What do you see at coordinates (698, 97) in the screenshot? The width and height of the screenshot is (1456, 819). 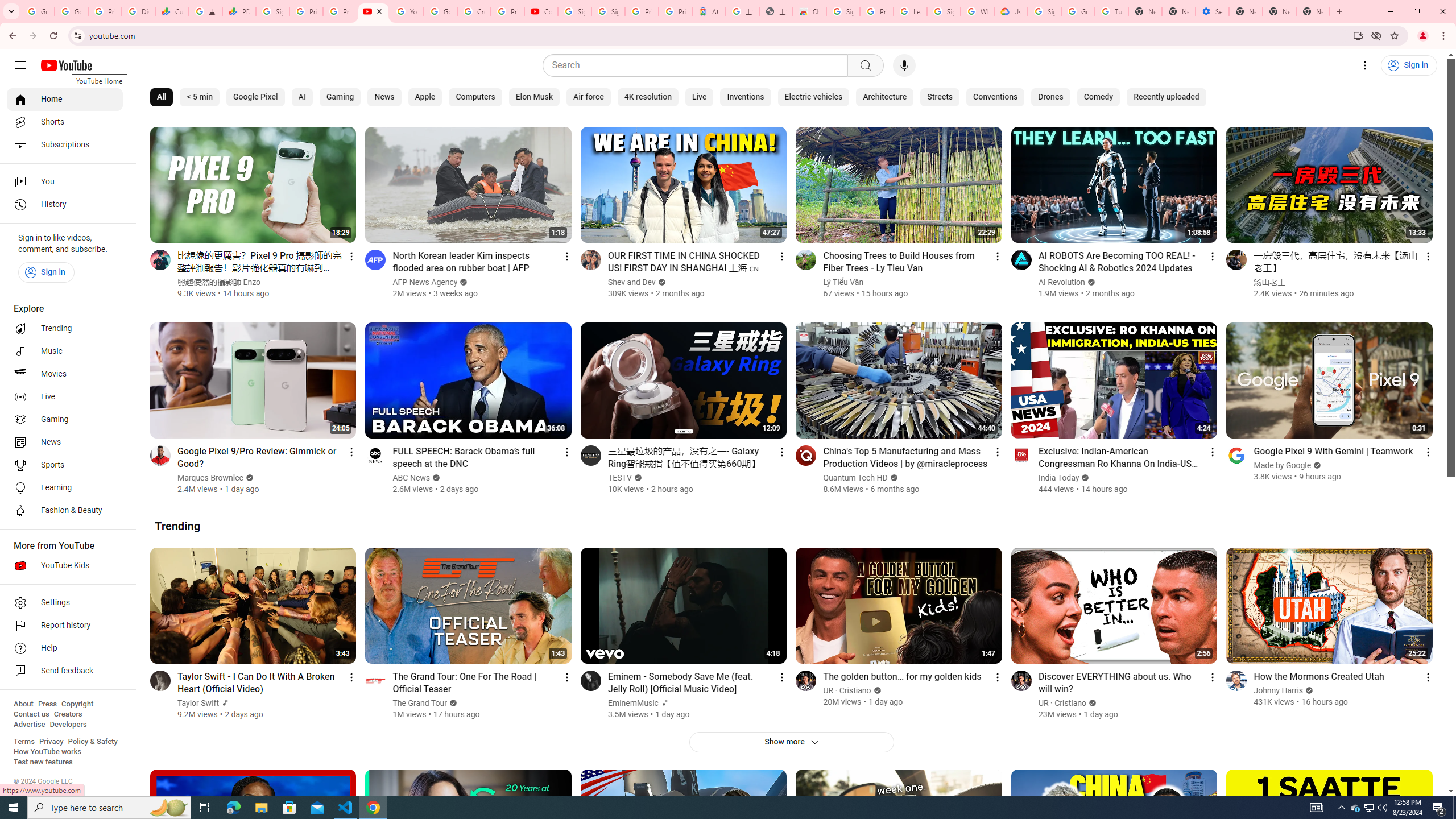 I see `'Live'` at bounding box center [698, 97].